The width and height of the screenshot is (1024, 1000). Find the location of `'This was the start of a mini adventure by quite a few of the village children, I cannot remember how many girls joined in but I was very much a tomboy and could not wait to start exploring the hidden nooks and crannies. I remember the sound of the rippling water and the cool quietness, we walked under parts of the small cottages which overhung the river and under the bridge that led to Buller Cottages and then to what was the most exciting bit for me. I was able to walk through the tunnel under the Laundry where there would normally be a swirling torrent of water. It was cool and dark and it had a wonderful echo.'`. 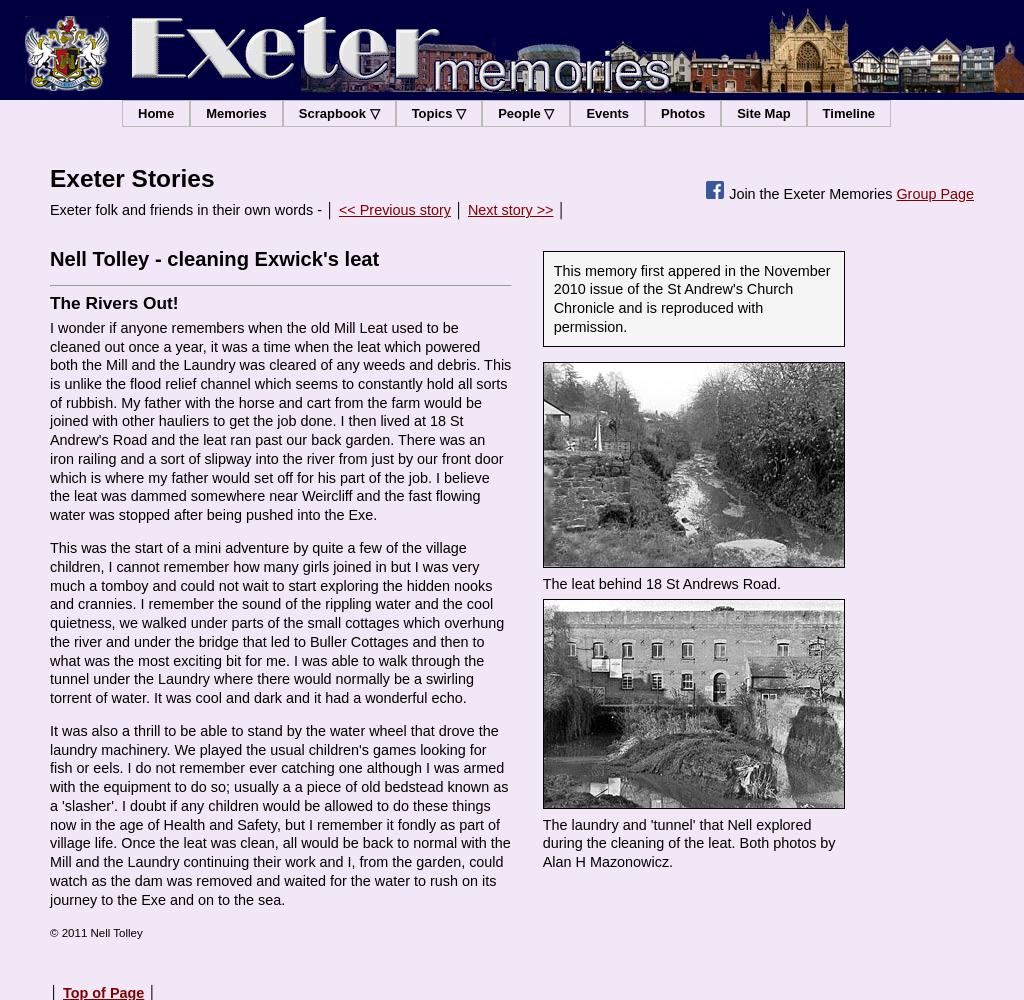

'This was the start of a mini adventure by quite a few of the village children, I cannot remember how many girls joined in but I was very much a tomboy and could not wait to start exploring the hidden nooks and crannies. I remember the sound of the rippling water and the cool quietness, we walked under parts of the small cottages which overhung the river and under the bridge that led to Buller Cottages and then to what was the most exciting bit for me. I was able to walk through the tunnel under the Laundry where there would normally be a swirling torrent of water. It was cool and dark and it had a wonderful echo.' is located at coordinates (276, 621).